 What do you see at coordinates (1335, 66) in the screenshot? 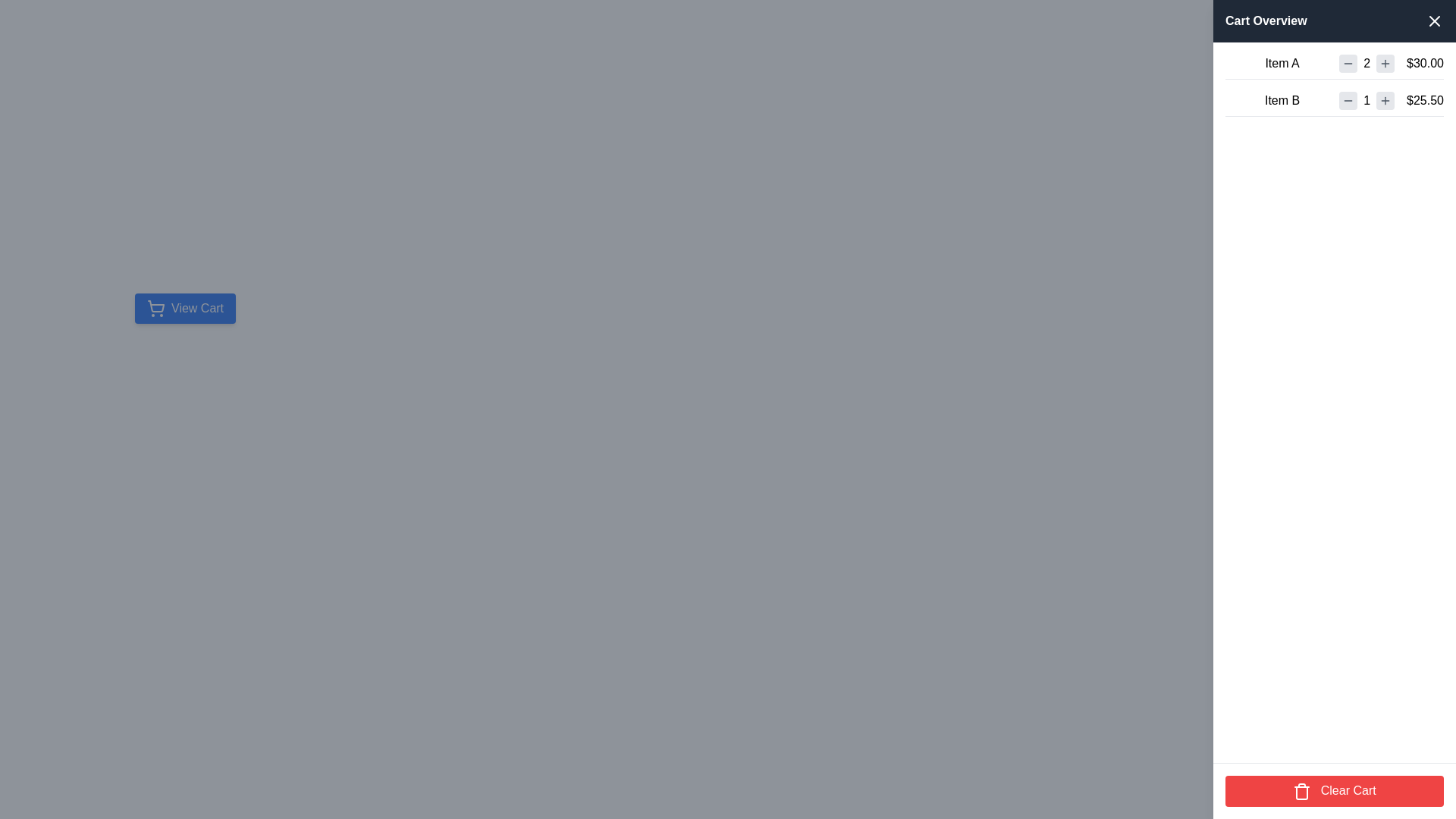
I see `the minus button on the product card displaying 'Item A' in the cart overview to decrease the quantity` at bounding box center [1335, 66].